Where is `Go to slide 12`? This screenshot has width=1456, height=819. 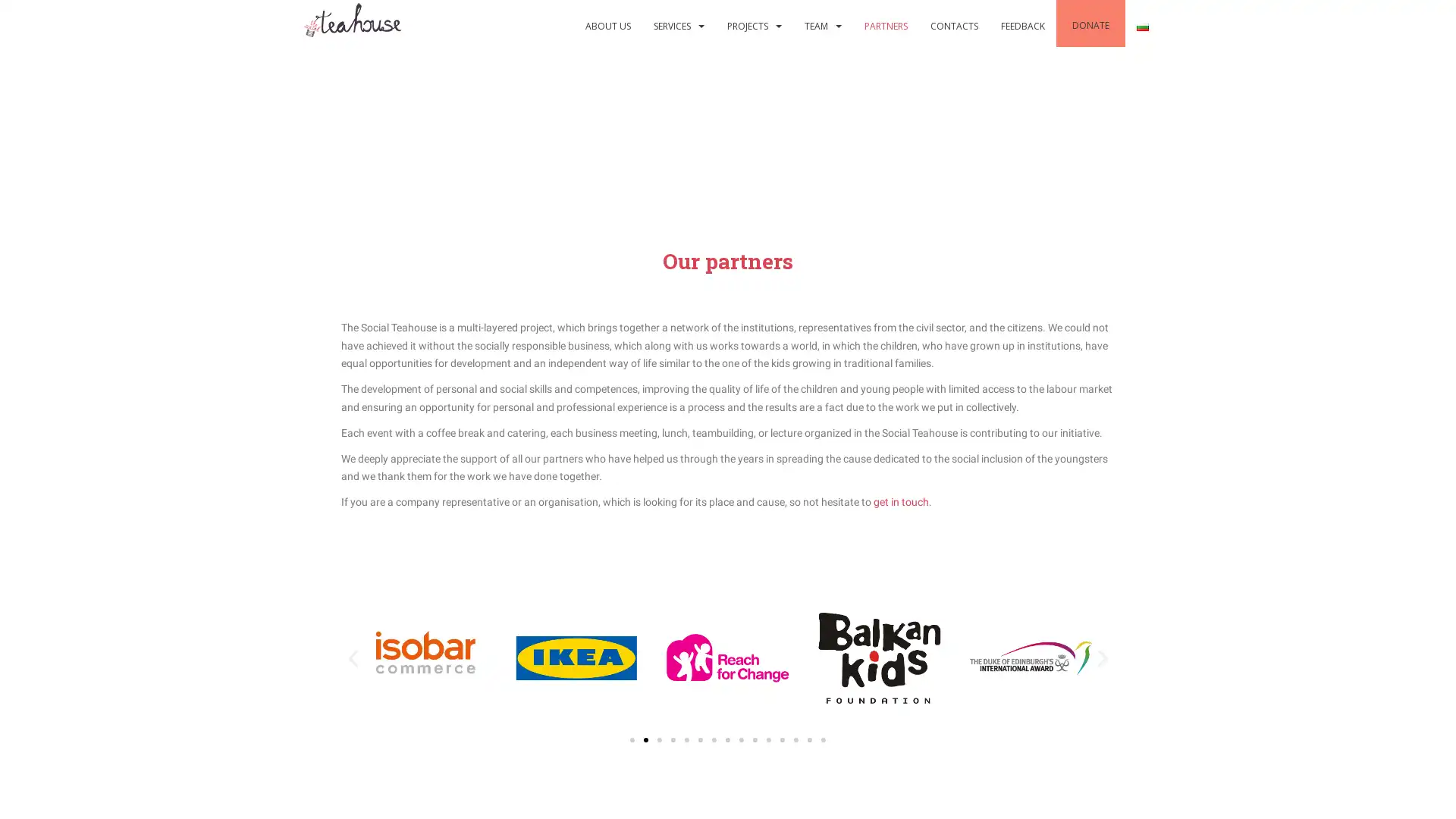 Go to slide 12 is located at coordinates (783, 739).